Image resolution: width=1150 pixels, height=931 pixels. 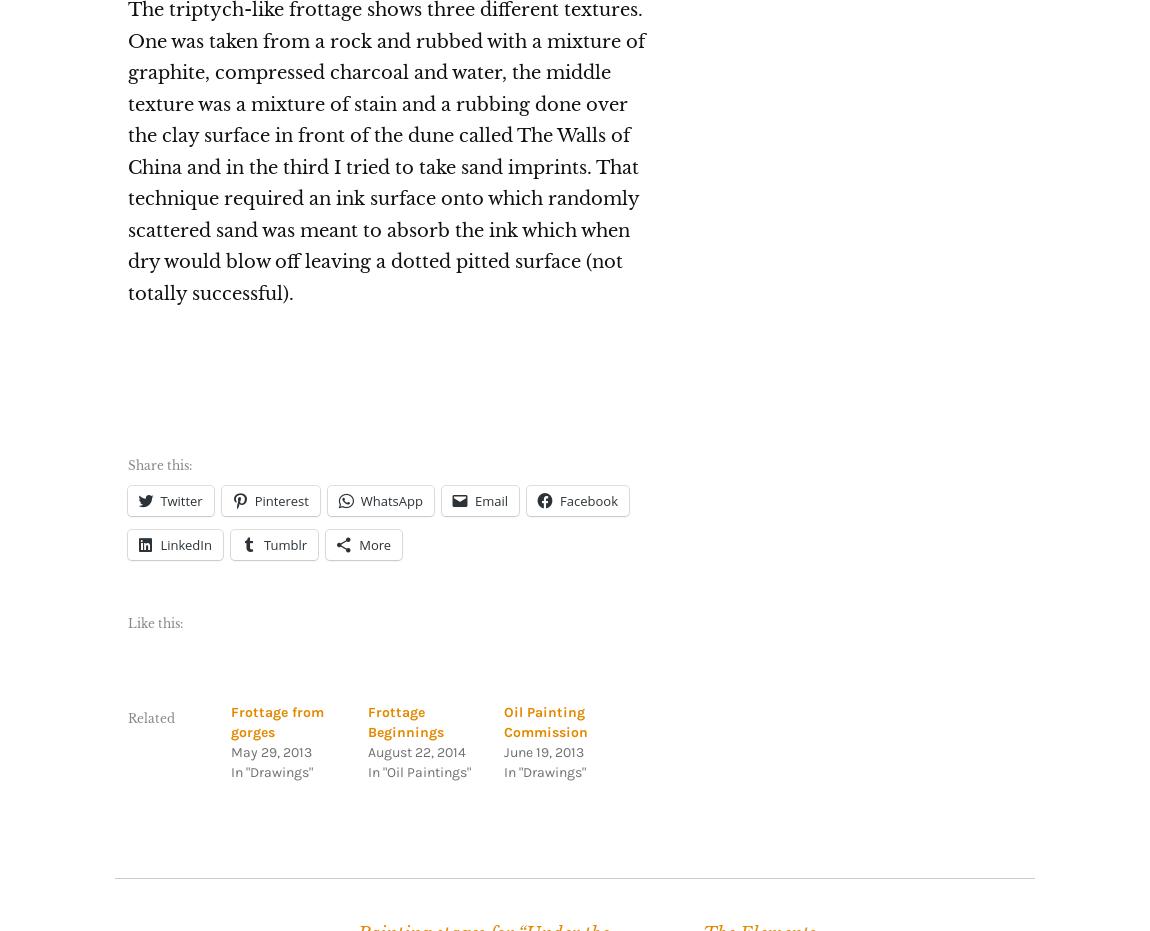 I want to click on 'More', so click(x=375, y=542).